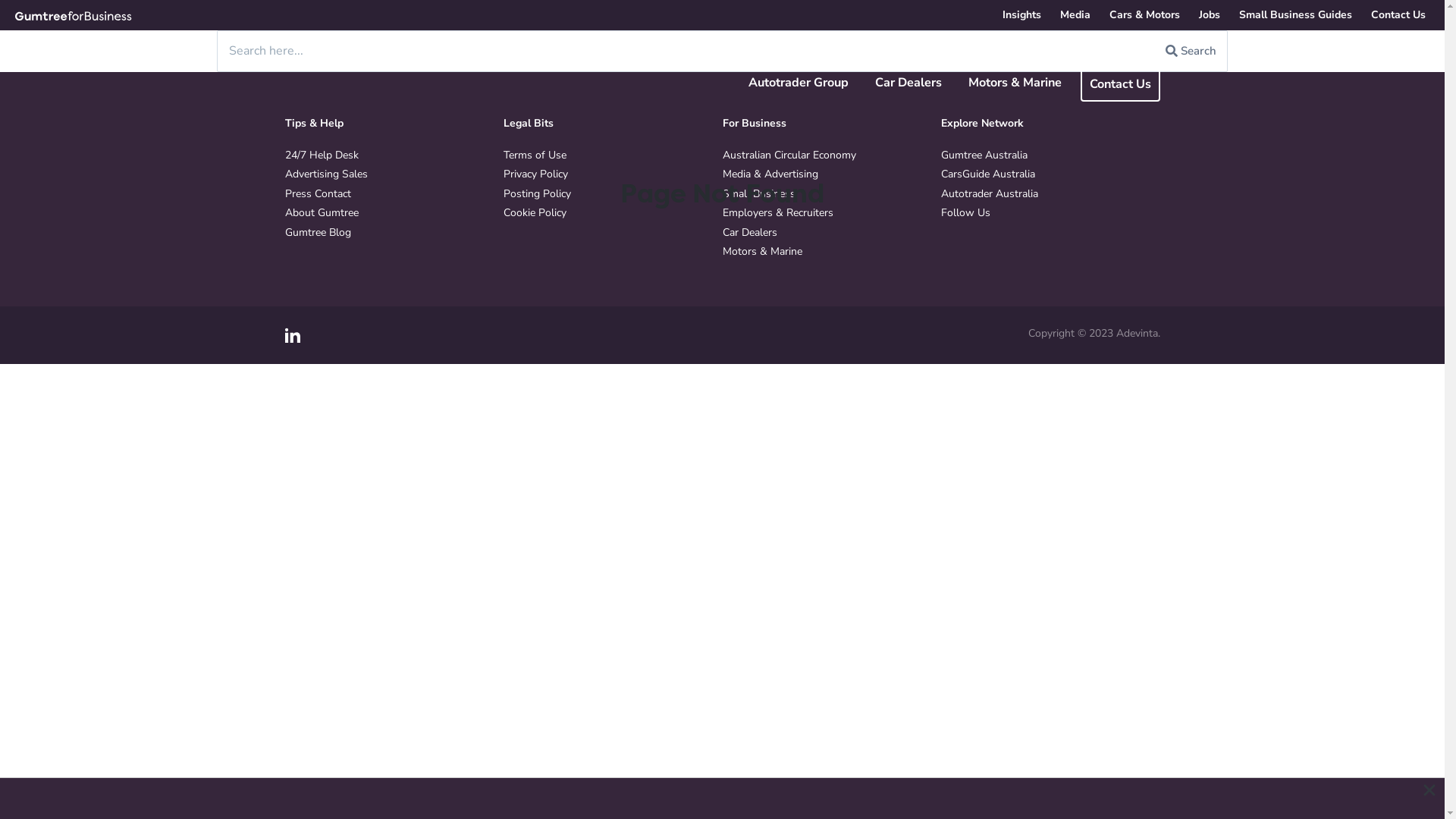 This screenshot has width=1456, height=819. I want to click on 'Privacy Policy', so click(535, 173).